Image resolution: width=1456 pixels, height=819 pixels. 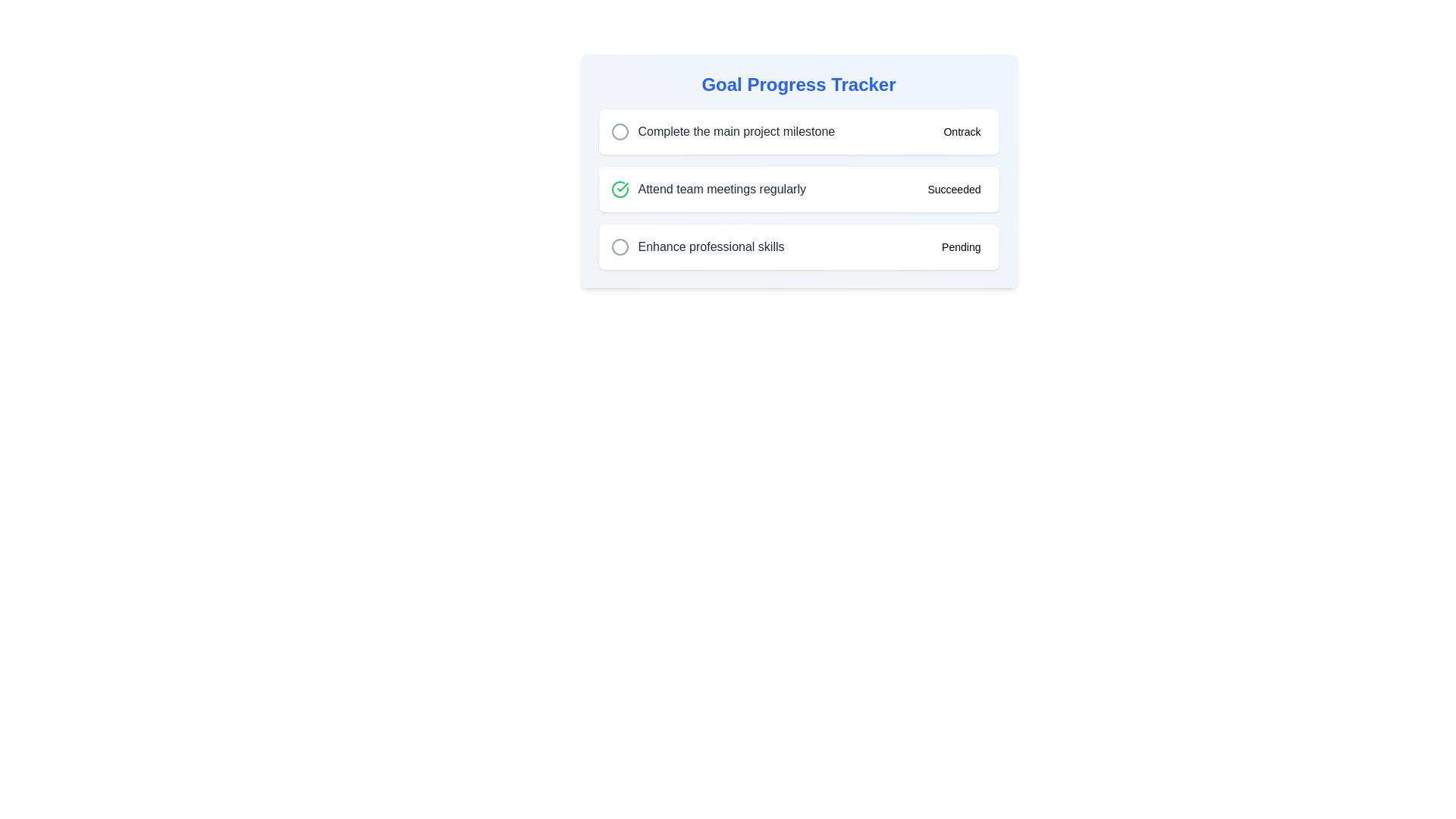 What do you see at coordinates (798, 189) in the screenshot?
I see `the Goal card displaying 'Attend team meetings regularly' with status 'Succeeded', which is located in the middle of the visible list area` at bounding box center [798, 189].